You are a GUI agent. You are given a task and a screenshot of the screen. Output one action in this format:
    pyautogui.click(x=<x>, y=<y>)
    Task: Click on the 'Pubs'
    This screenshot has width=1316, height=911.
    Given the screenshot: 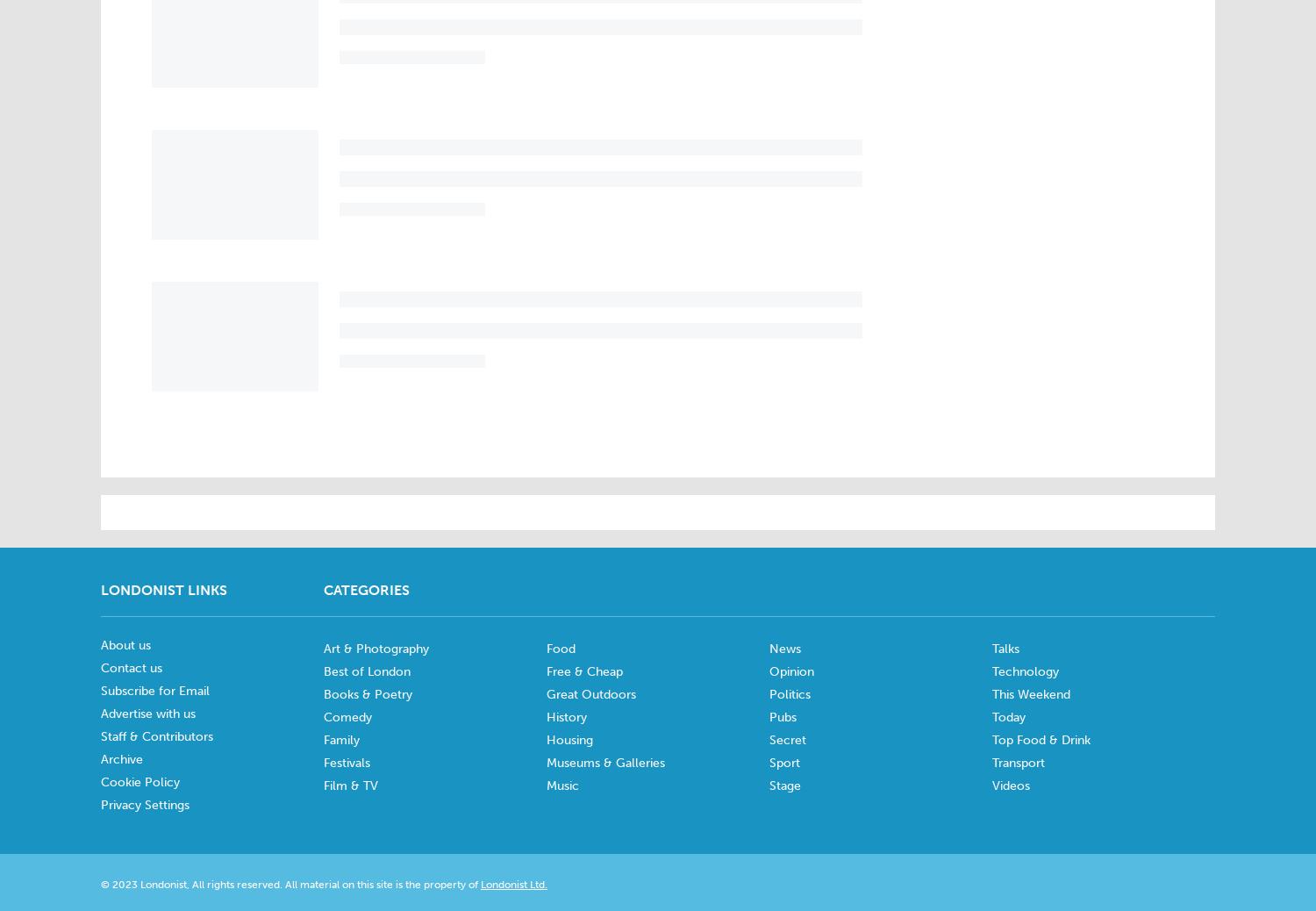 What is the action you would take?
    pyautogui.click(x=783, y=717)
    